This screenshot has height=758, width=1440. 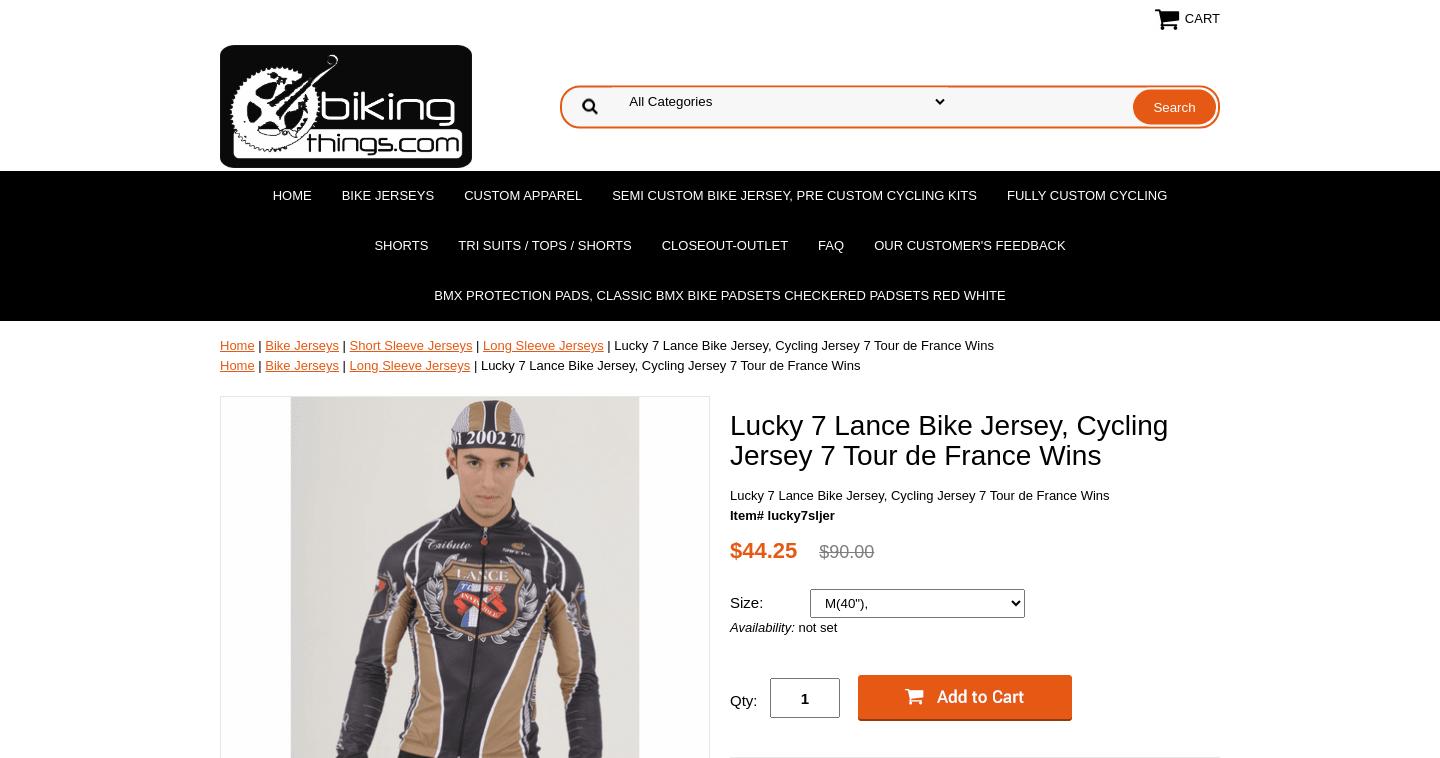 I want to click on 'FAQ', so click(x=831, y=245).